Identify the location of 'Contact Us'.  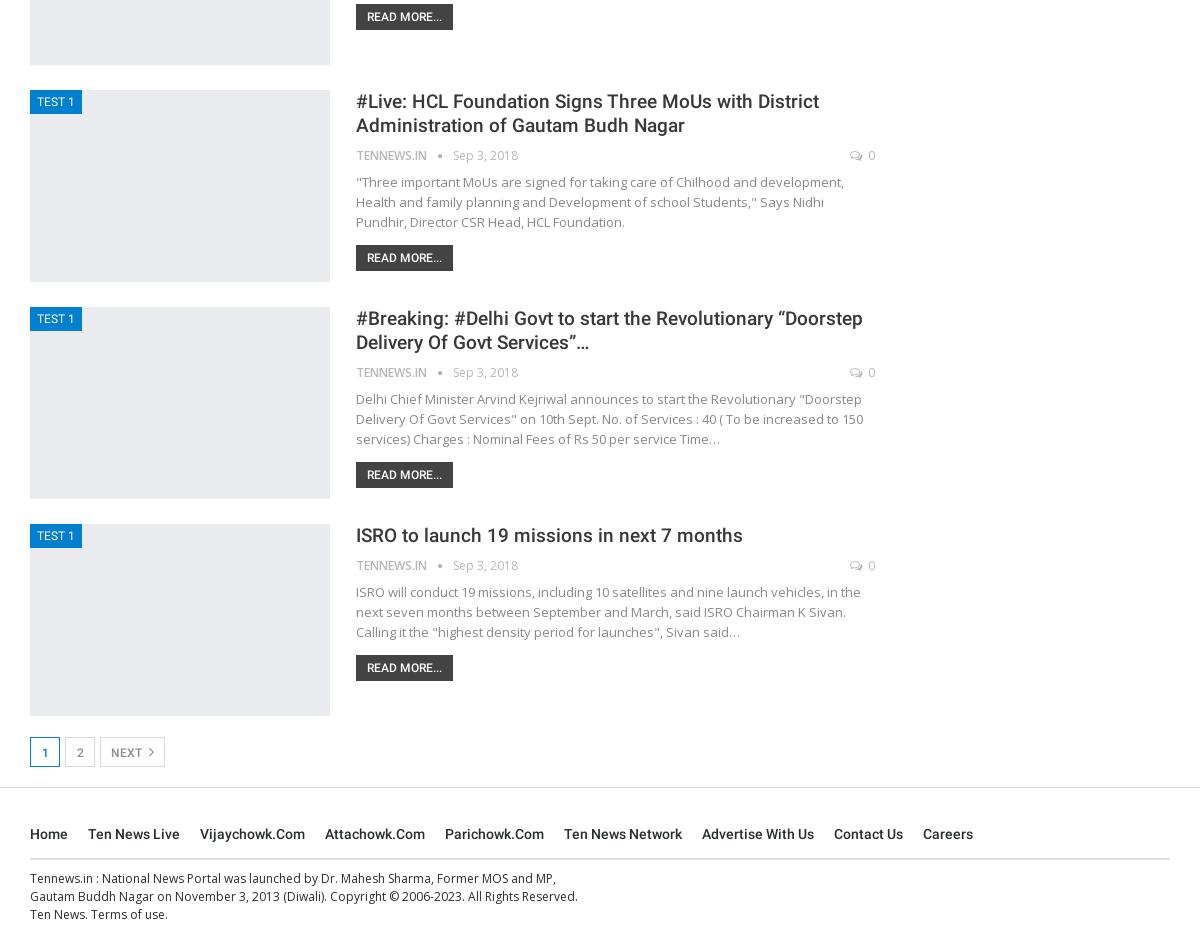
(867, 832).